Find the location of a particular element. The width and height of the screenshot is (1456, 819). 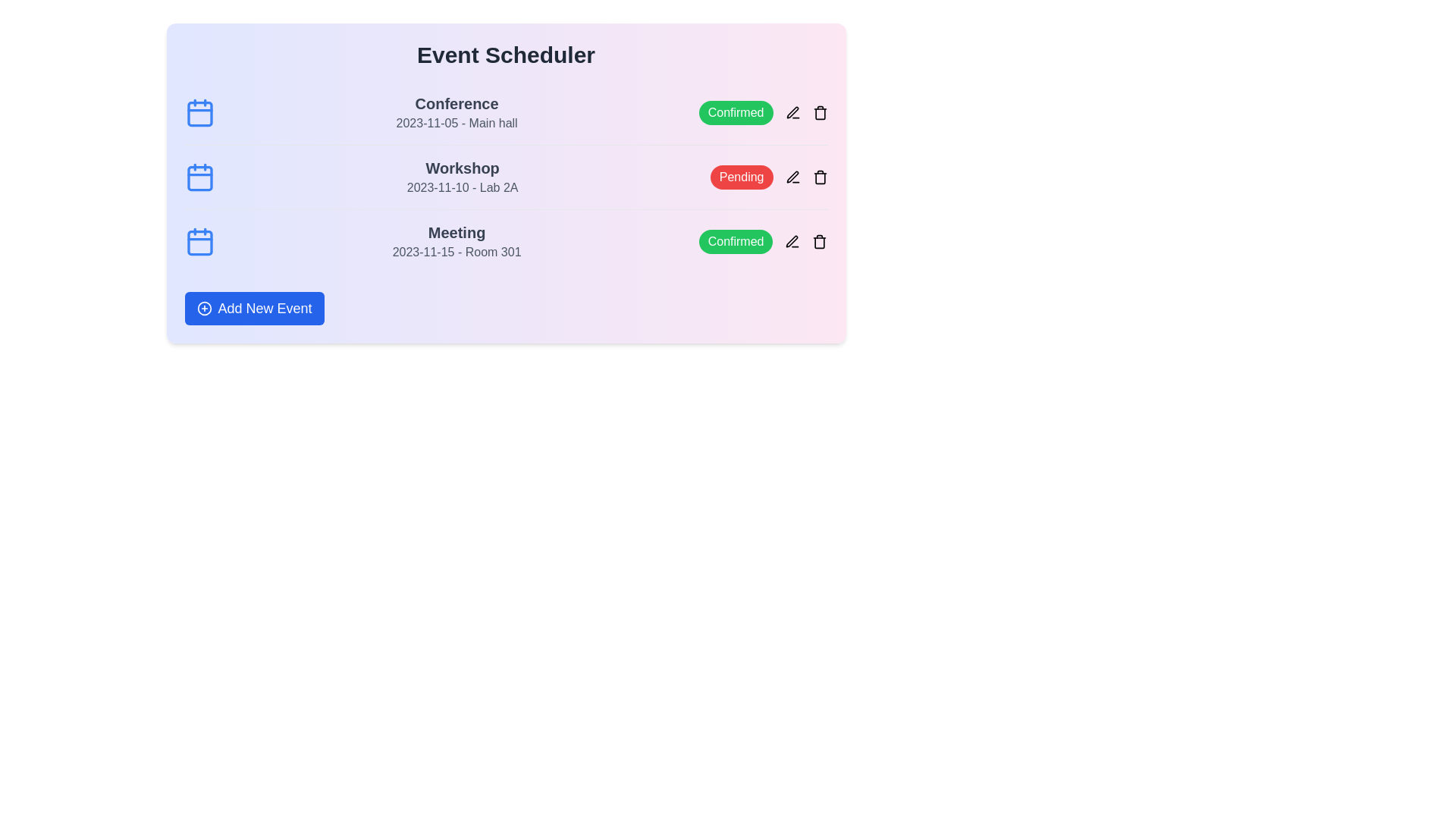

the calendar icon located at the leftmost side of the 'Meeting' row, aligned with the meeting details is located at coordinates (199, 241).